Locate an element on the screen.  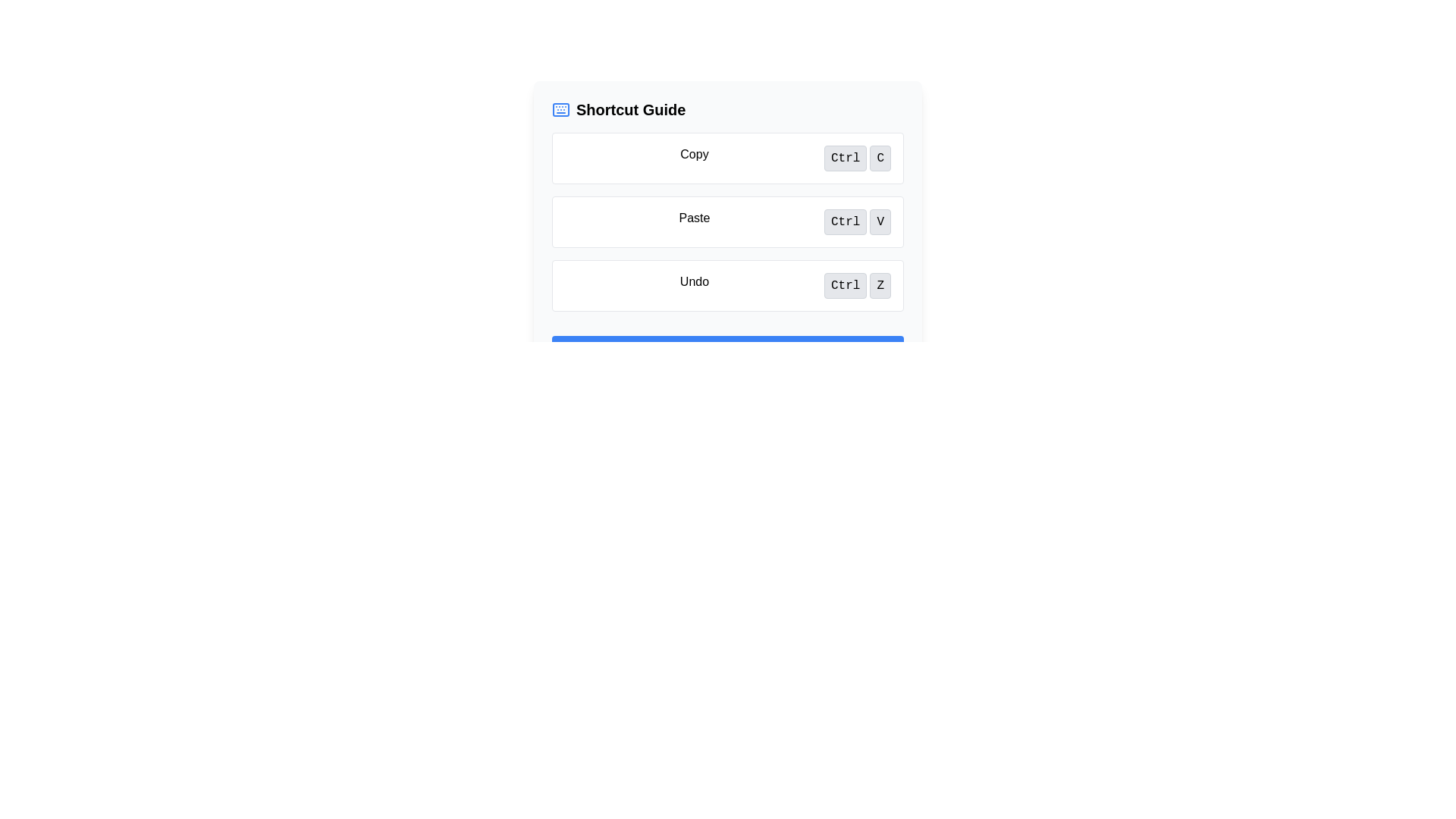
the 'Undo' text label, which is a bold text element aligned to the left within its group, located below the 'Copy' and 'Paste' entries in the shortcut options is located at coordinates (694, 281).